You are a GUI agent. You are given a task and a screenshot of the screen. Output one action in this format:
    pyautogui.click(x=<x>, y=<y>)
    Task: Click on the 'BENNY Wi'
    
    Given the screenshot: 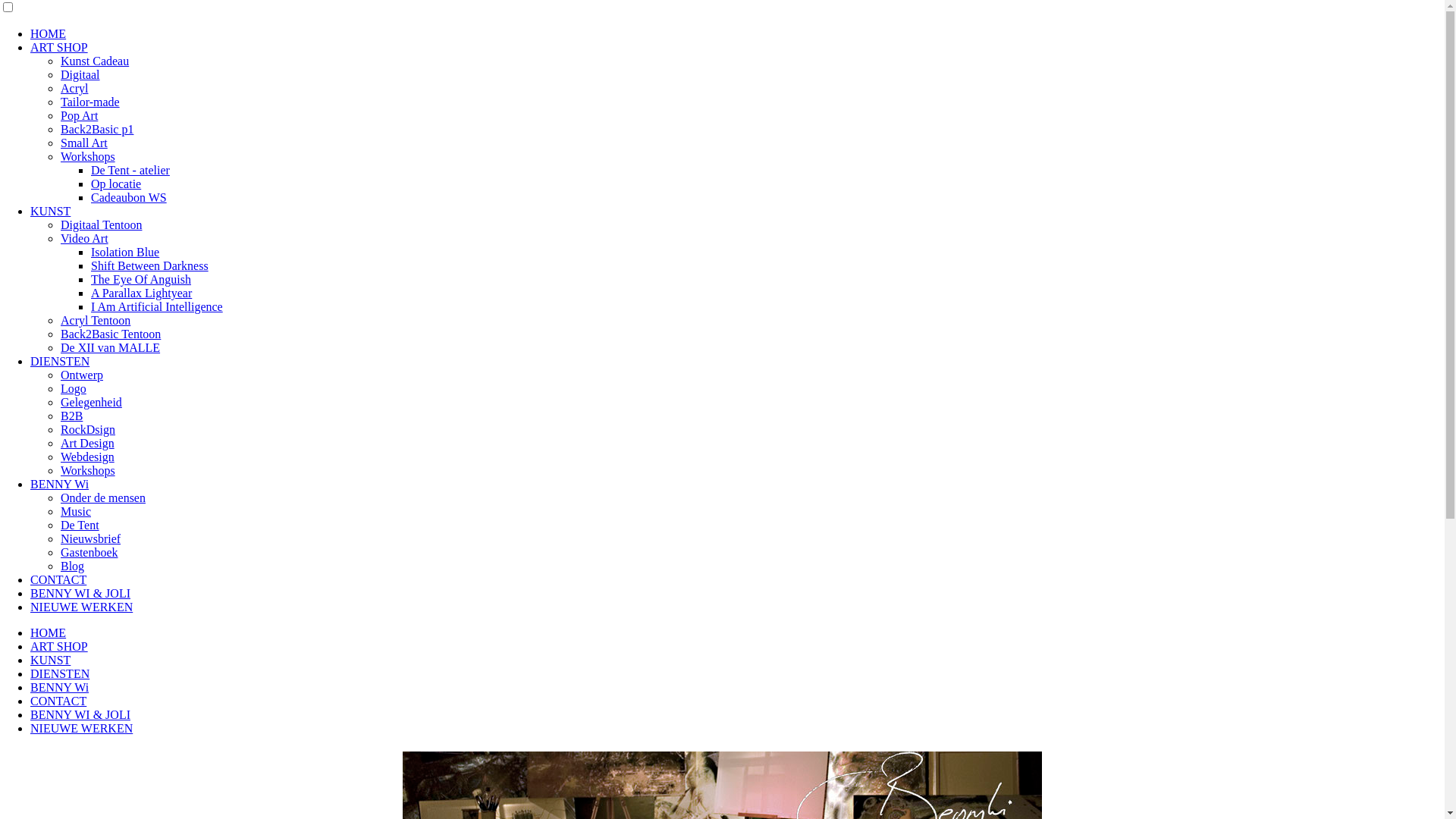 What is the action you would take?
    pyautogui.click(x=59, y=484)
    